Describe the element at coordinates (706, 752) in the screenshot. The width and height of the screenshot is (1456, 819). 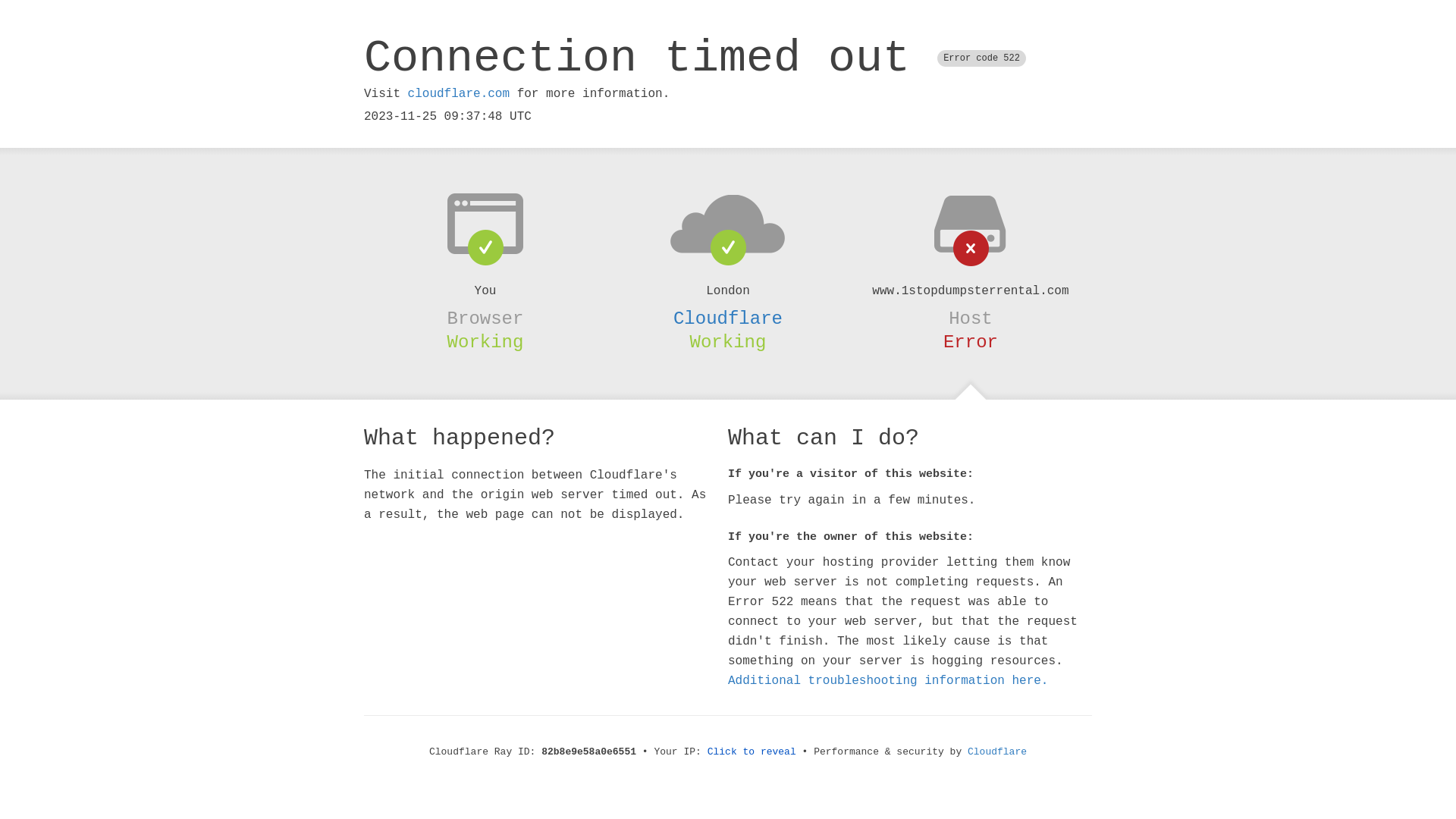
I see `'Click to reveal'` at that location.